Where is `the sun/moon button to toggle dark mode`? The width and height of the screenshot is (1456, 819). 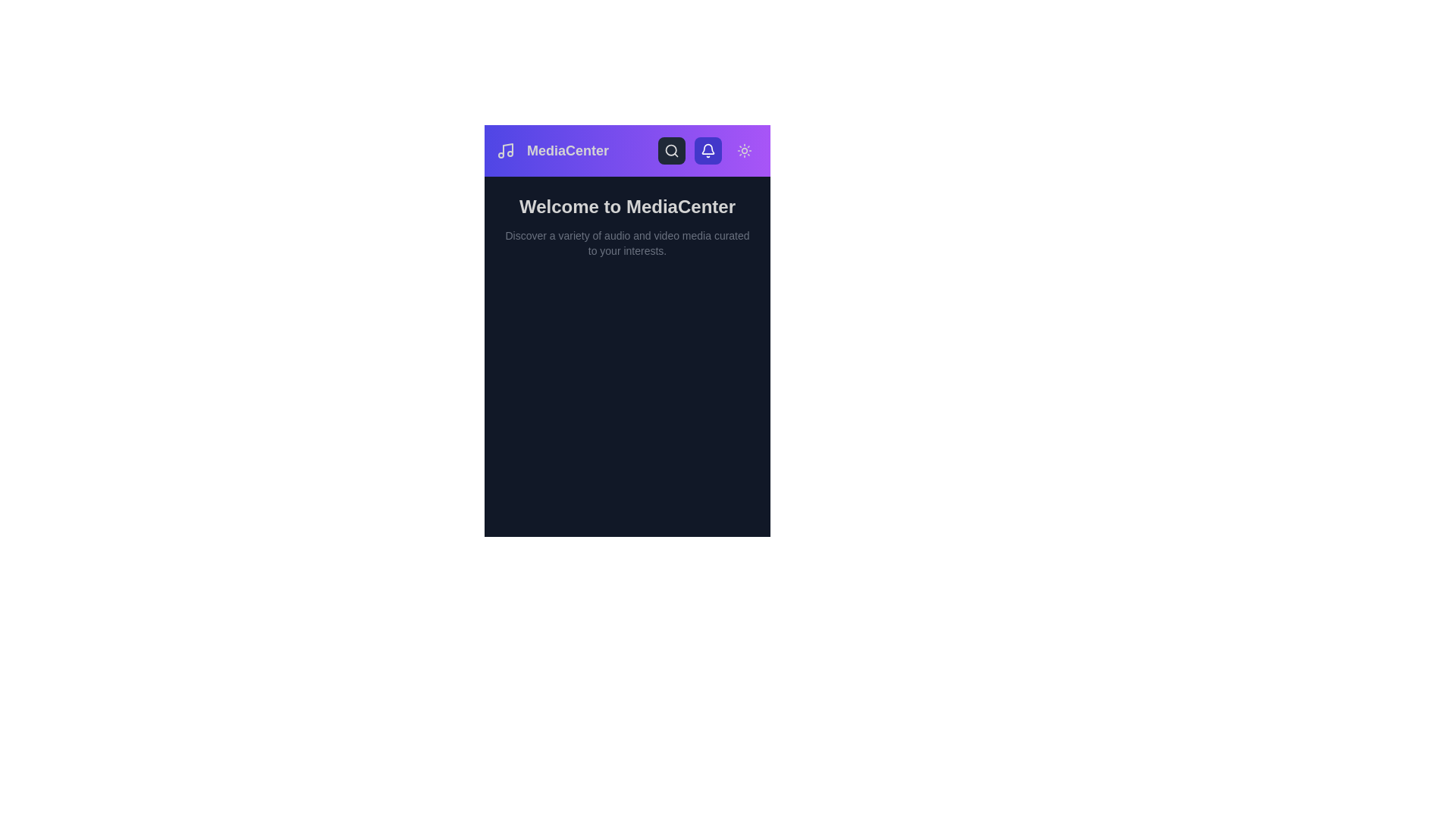
the sun/moon button to toggle dark mode is located at coordinates (745, 151).